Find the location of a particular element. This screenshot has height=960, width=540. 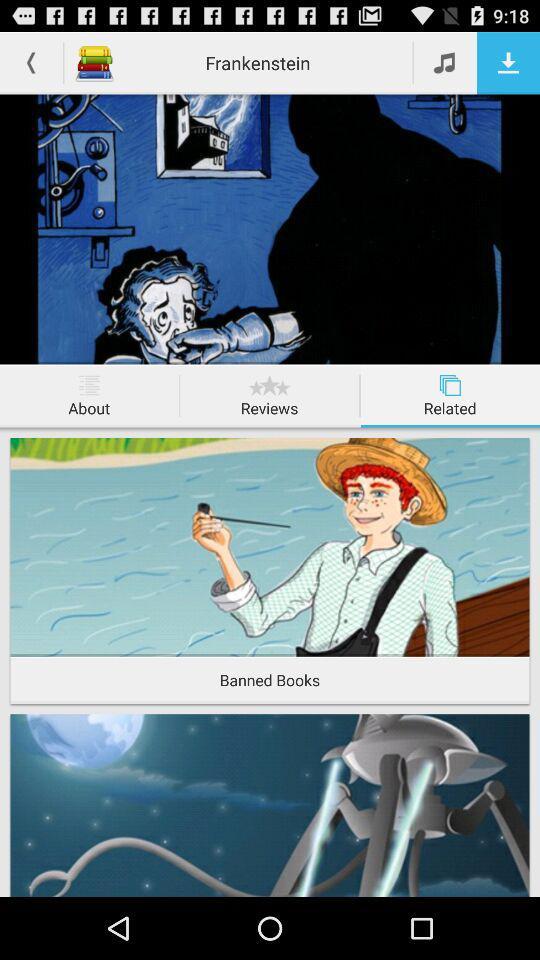

download is located at coordinates (508, 62).